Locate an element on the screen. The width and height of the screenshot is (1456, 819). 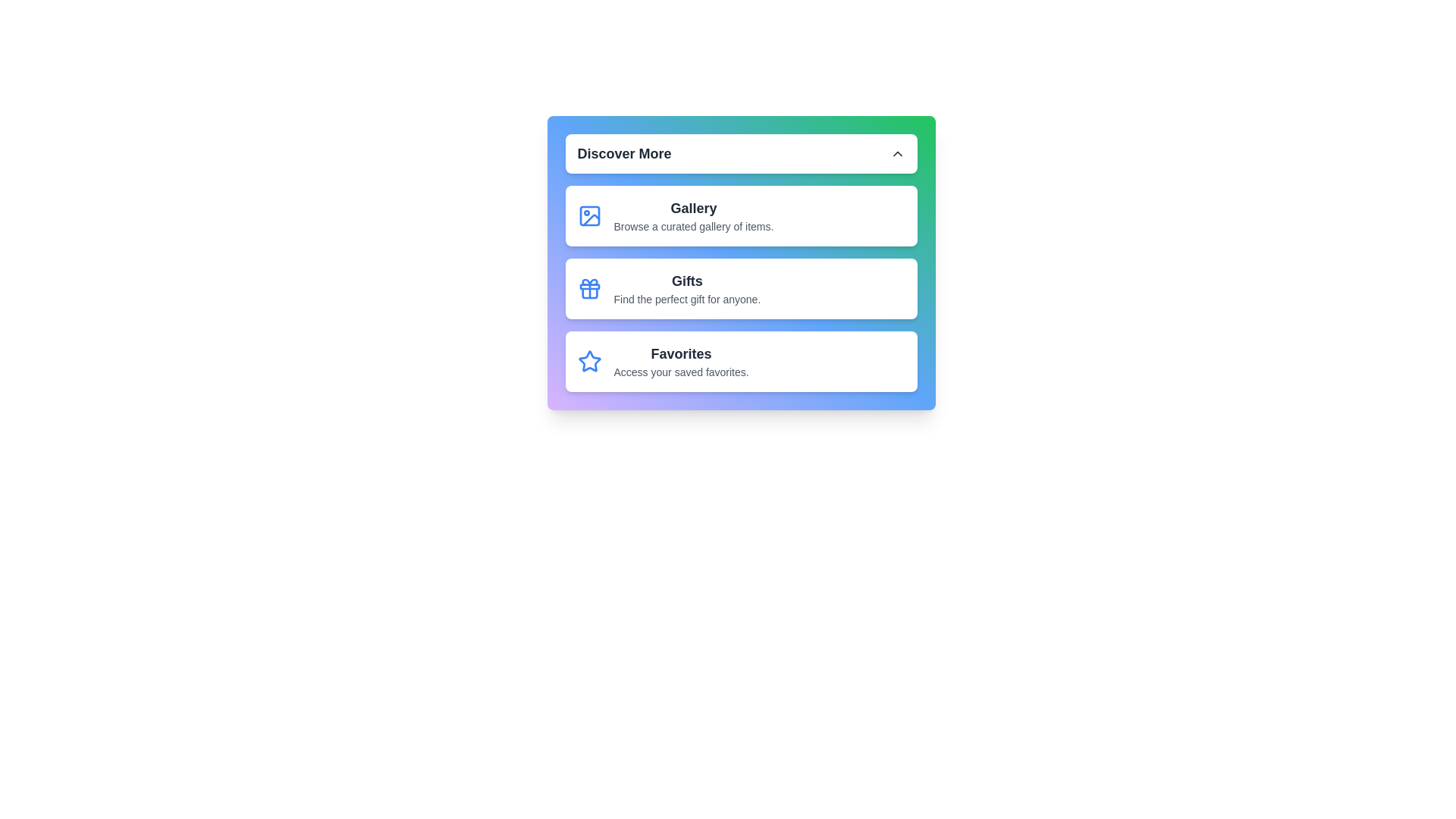
the text content of the menu item Gallery is located at coordinates (613, 197).